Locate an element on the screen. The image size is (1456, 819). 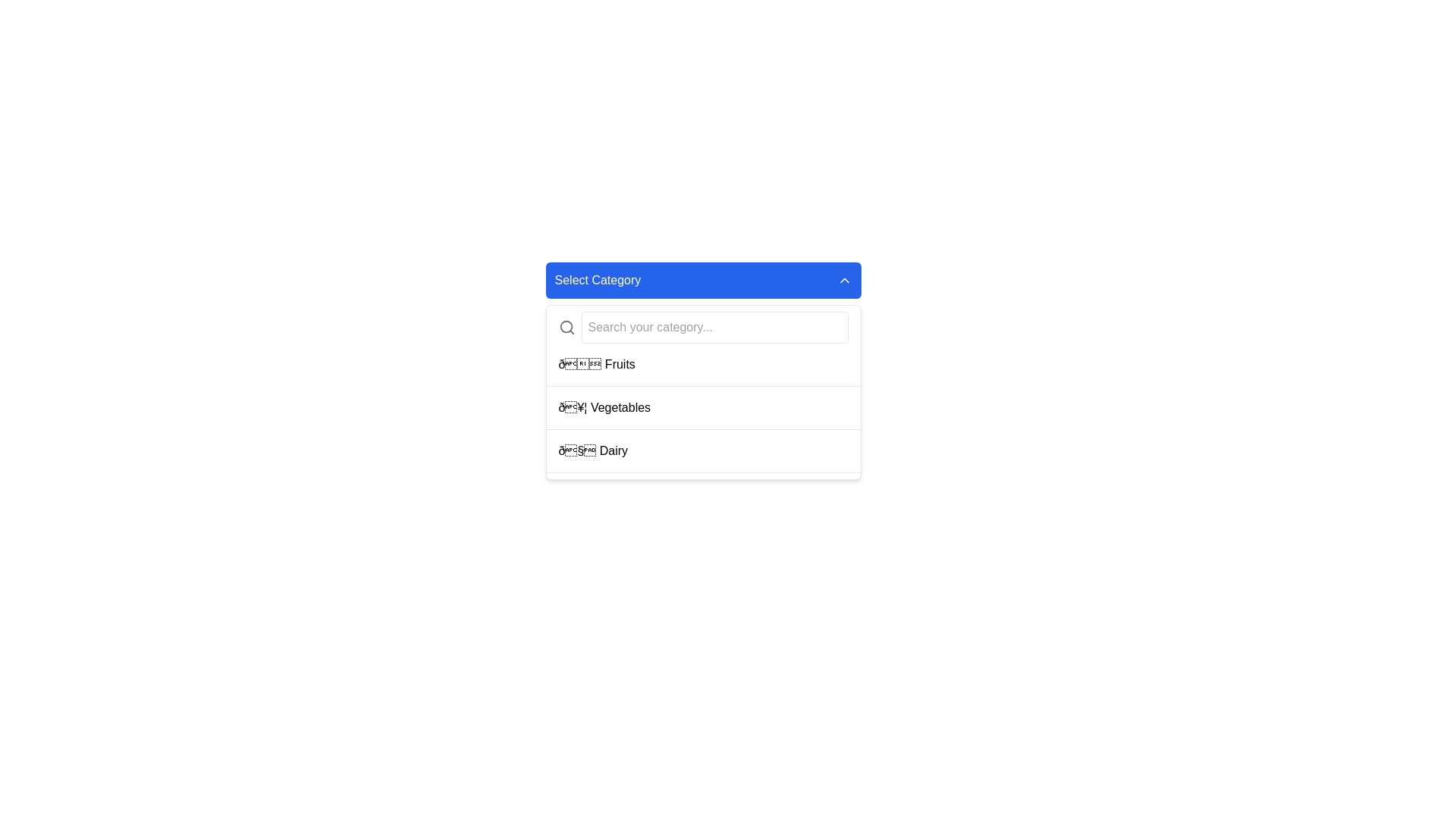
the 'Vegetables' list option in the dropdown menu beneath the title 'Select Category' is located at coordinates (604, 406).